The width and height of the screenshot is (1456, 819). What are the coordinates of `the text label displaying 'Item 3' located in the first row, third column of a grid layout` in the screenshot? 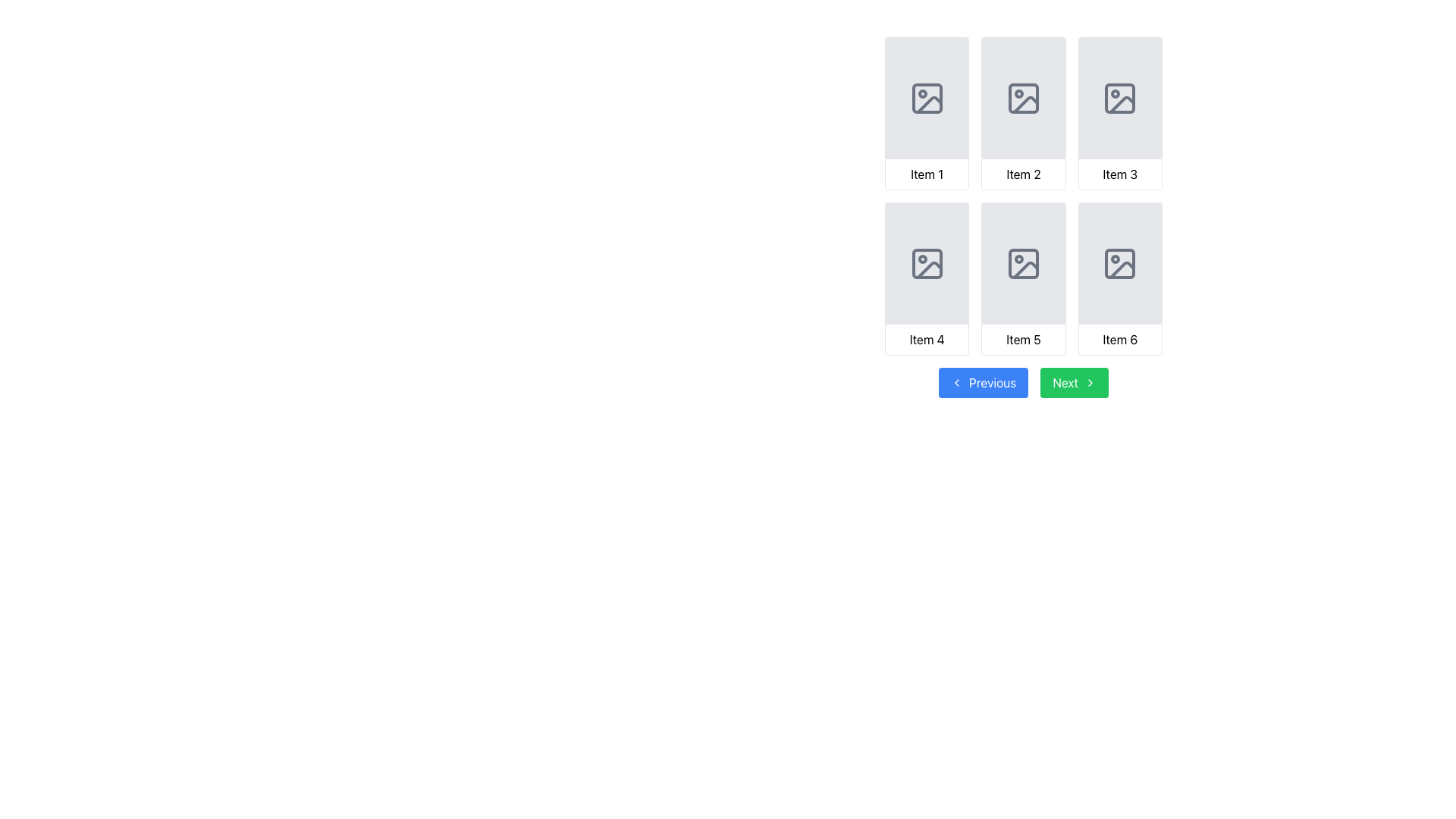 It's located at (1120, 174).